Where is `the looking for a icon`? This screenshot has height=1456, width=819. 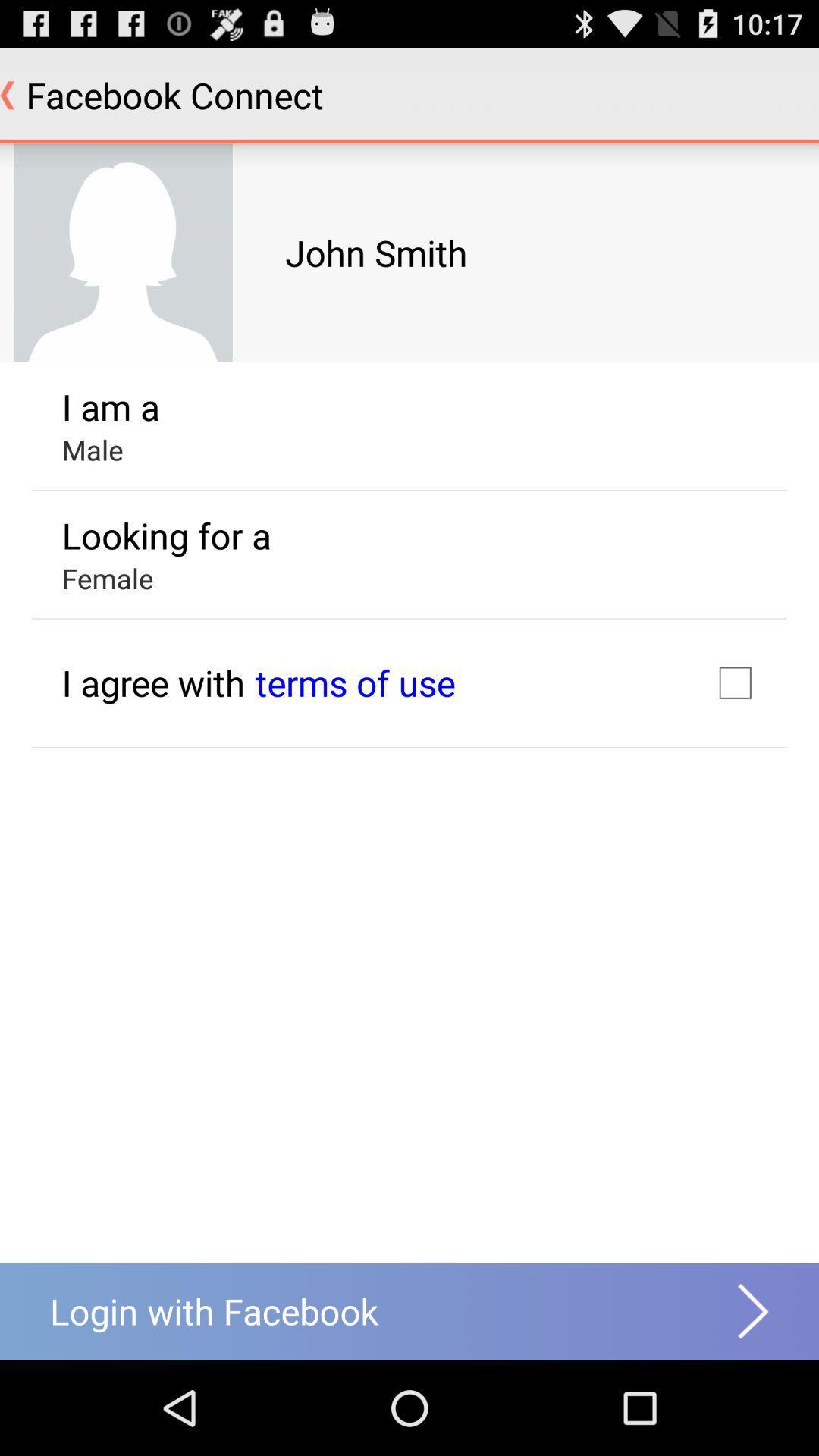
the looking for a icon is located at coordinates (166, 535).